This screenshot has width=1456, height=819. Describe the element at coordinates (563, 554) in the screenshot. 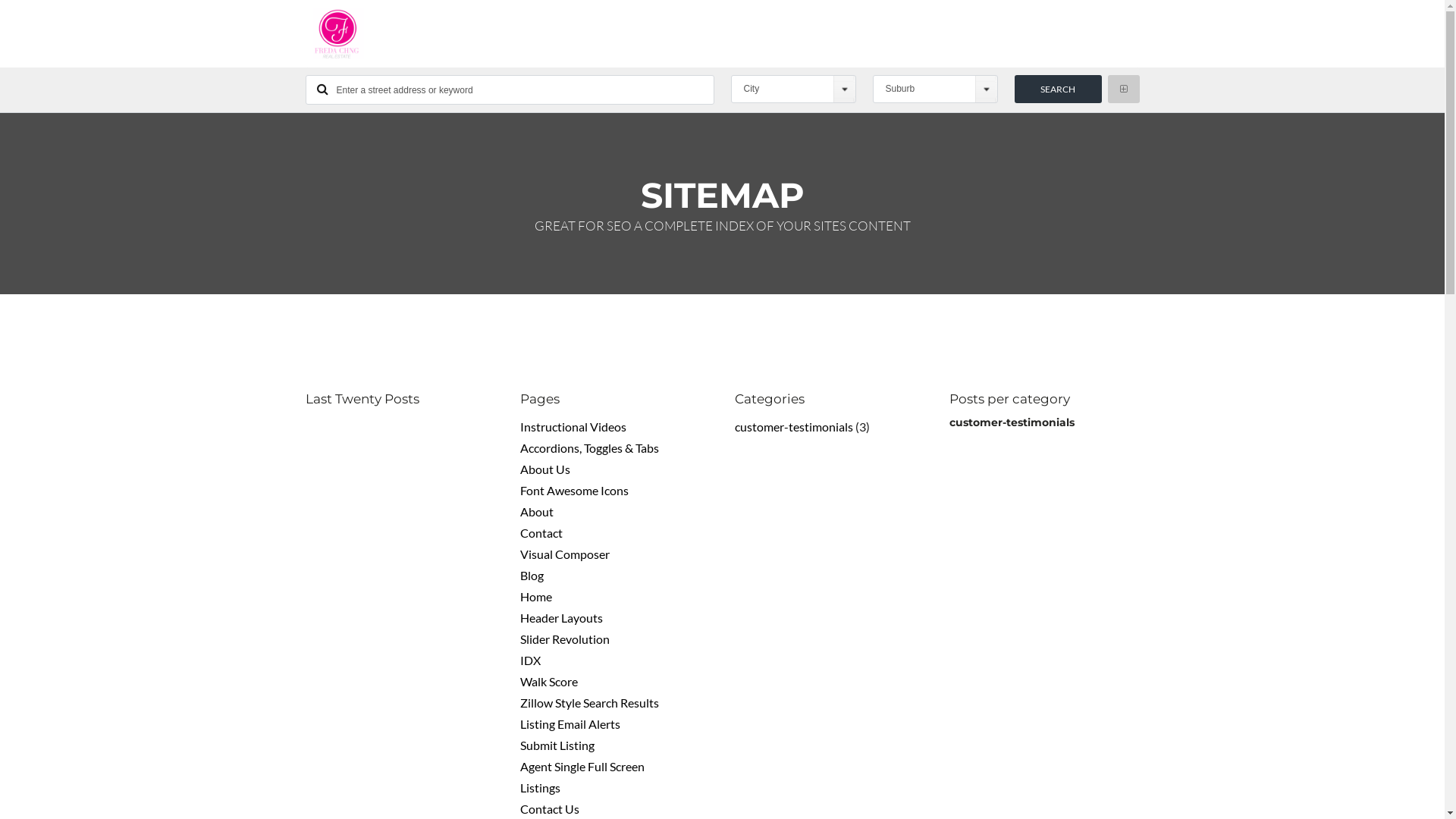

I see `'Visual Composer'` at that location.